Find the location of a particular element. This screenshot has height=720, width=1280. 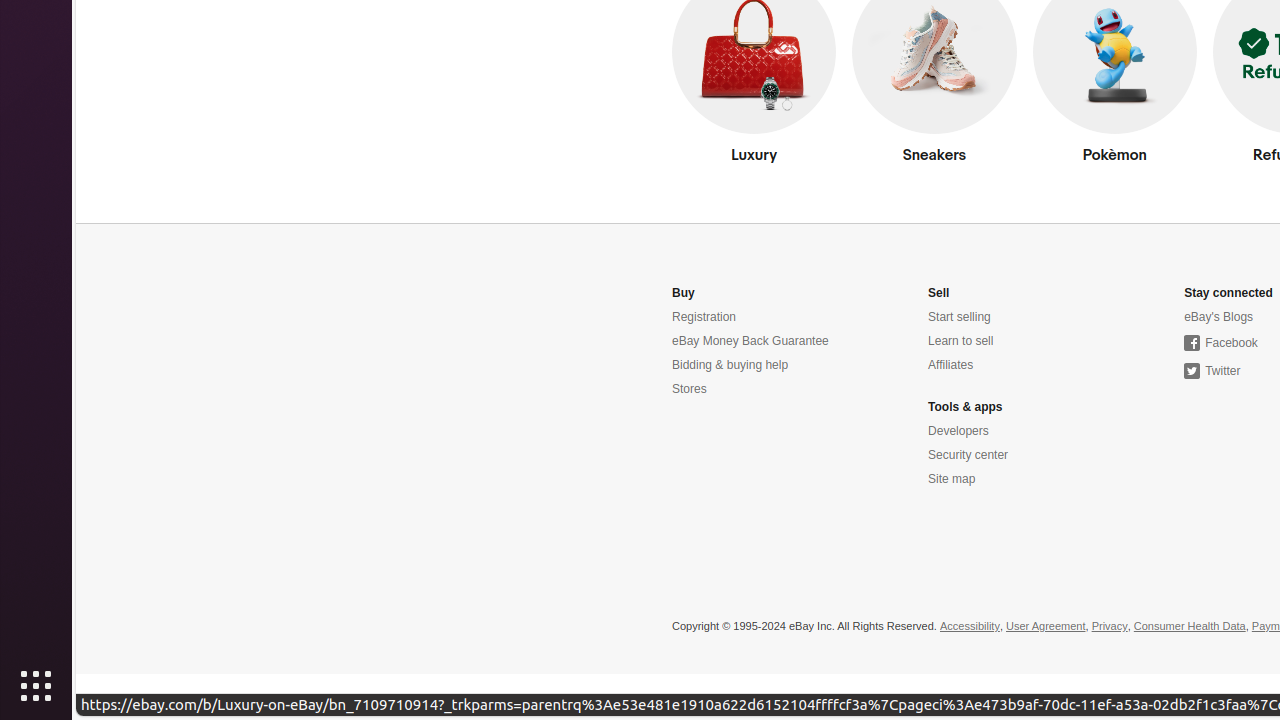

'Registration' is located at coordinates (704, 316).